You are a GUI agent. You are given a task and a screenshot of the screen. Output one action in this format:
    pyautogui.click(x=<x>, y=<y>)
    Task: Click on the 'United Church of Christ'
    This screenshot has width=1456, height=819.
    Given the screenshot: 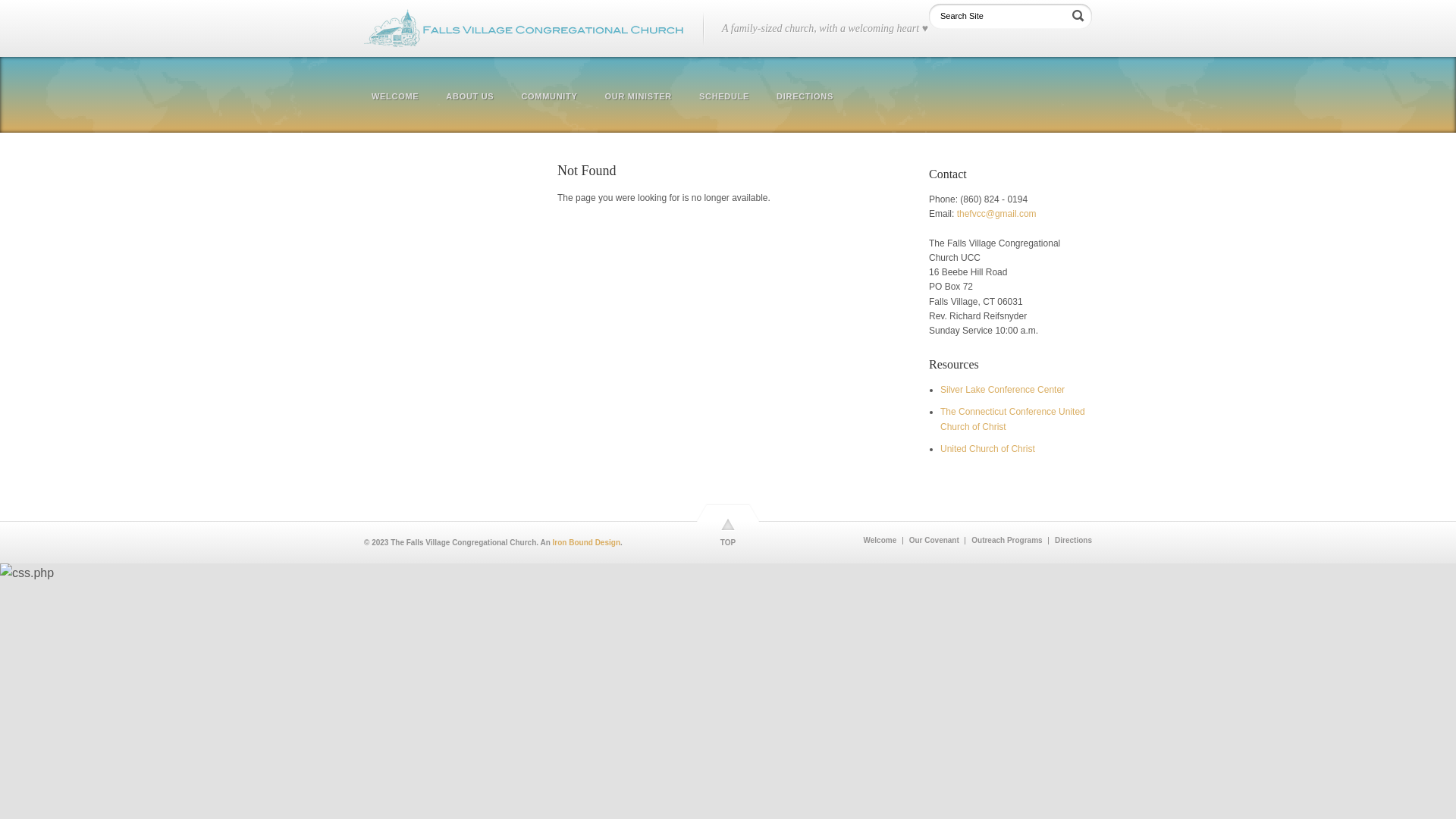 What is the action you would take?
    pyautogui.click(x=987, y=447)
    